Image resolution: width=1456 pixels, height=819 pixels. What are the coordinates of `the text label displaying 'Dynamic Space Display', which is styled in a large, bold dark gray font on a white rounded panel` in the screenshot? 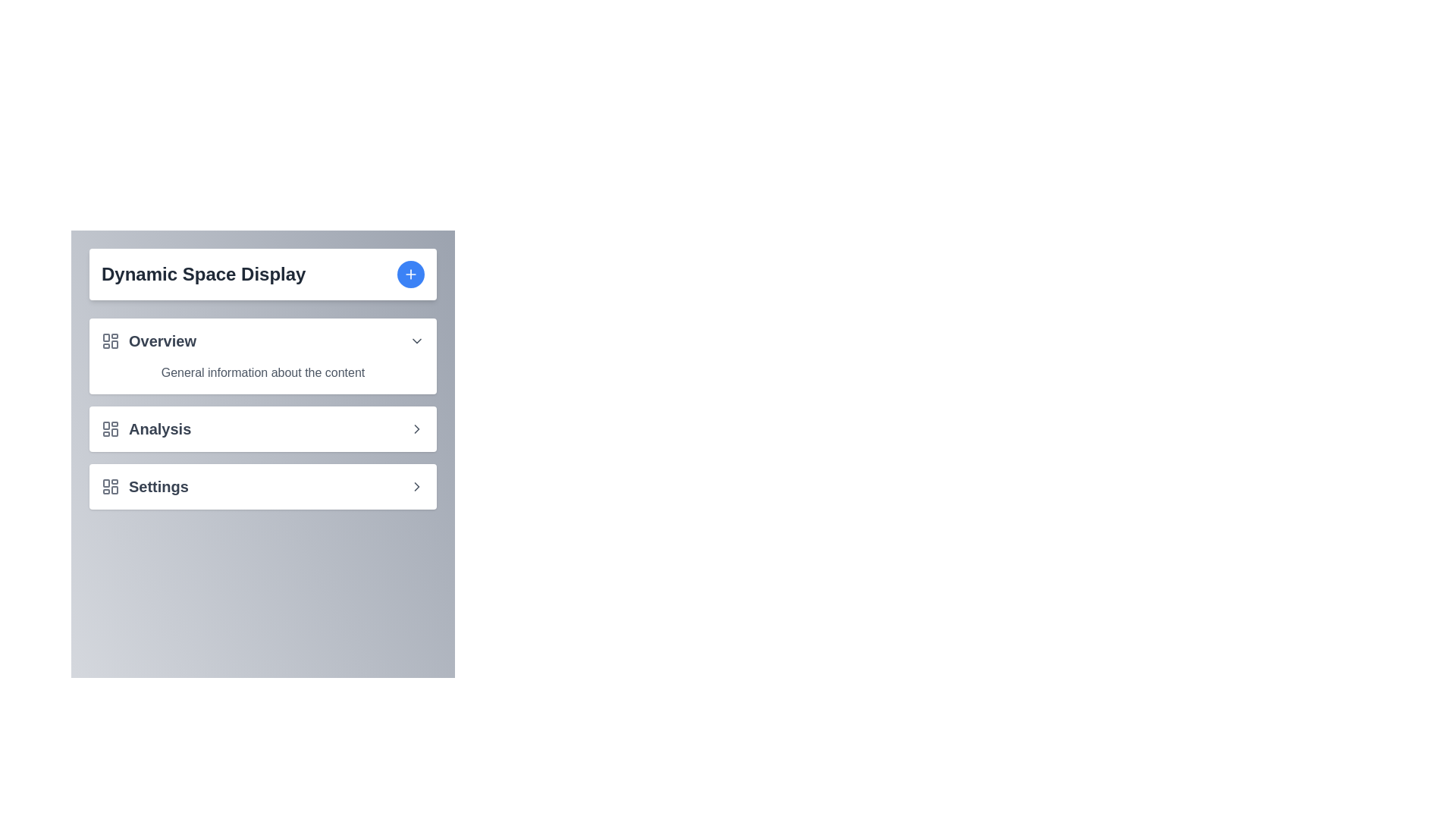 It's located at (202, 275).